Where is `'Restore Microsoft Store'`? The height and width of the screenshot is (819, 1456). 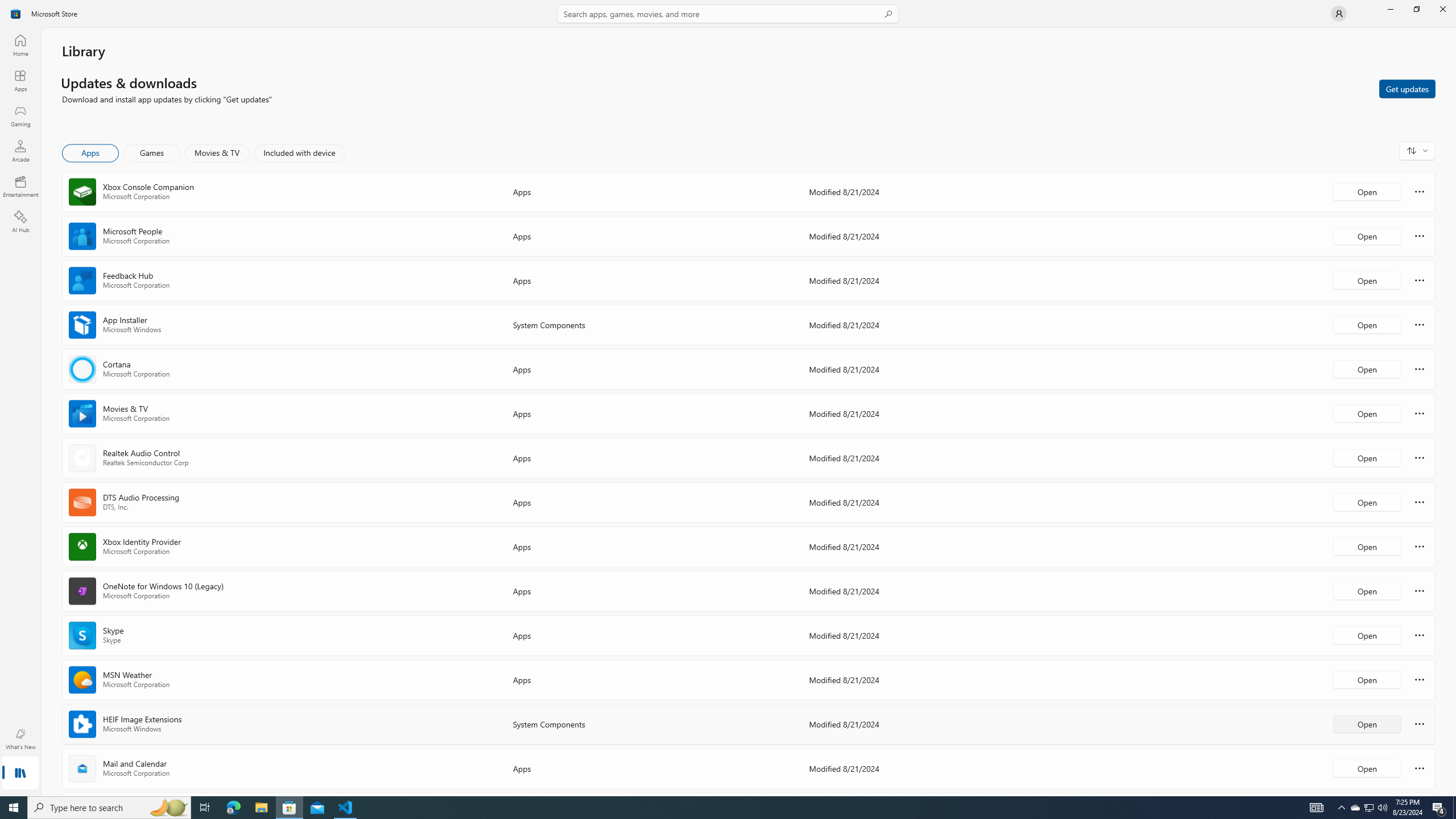
'Restore Microsoft Store' is located at coordinates (1416, 9).